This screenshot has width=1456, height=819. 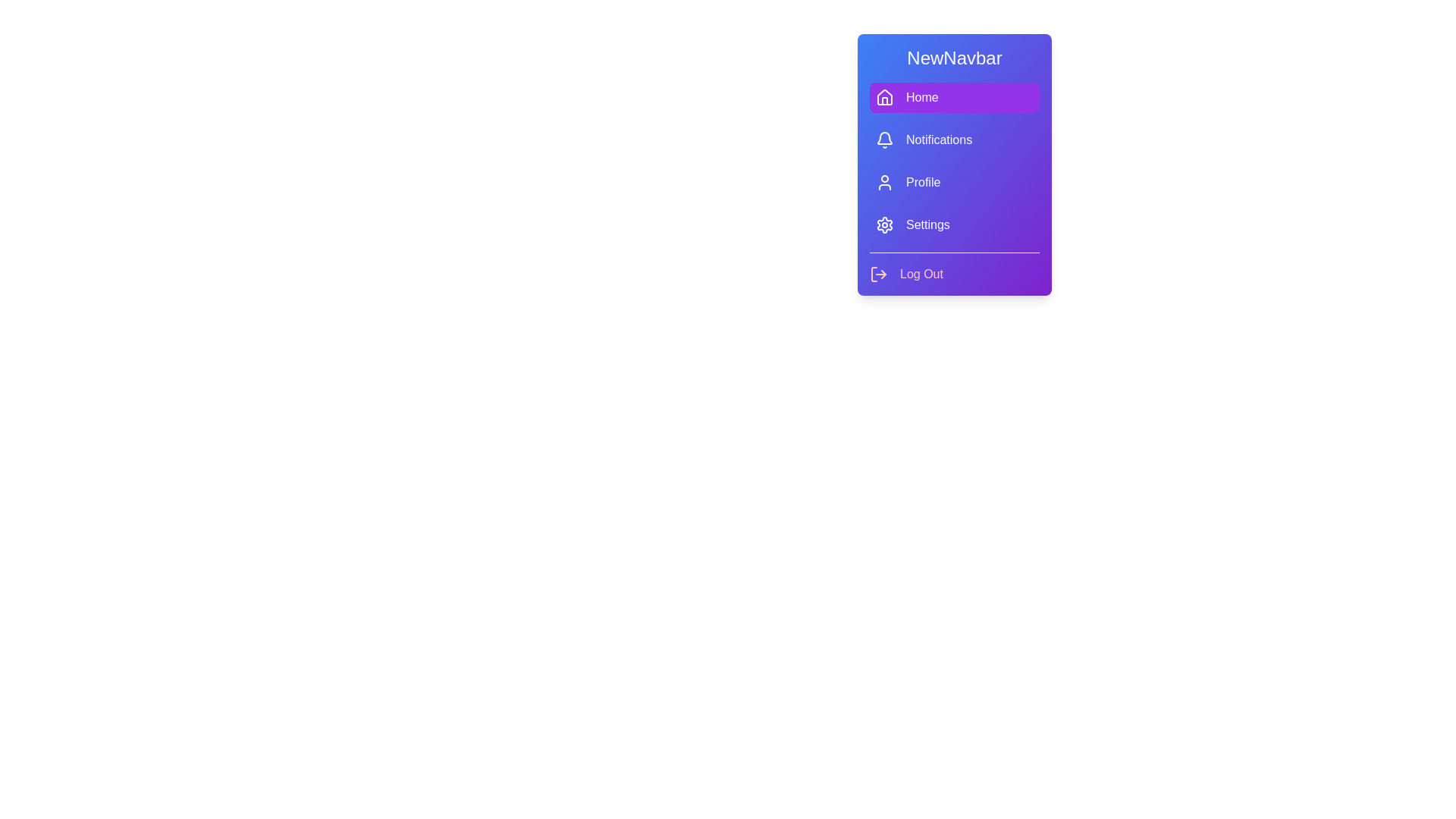 What do you see at coordinates (884, 225) in the screenshot?
I see `the gear-shaped icon in the settings menu` at bounding box center [884, 225].